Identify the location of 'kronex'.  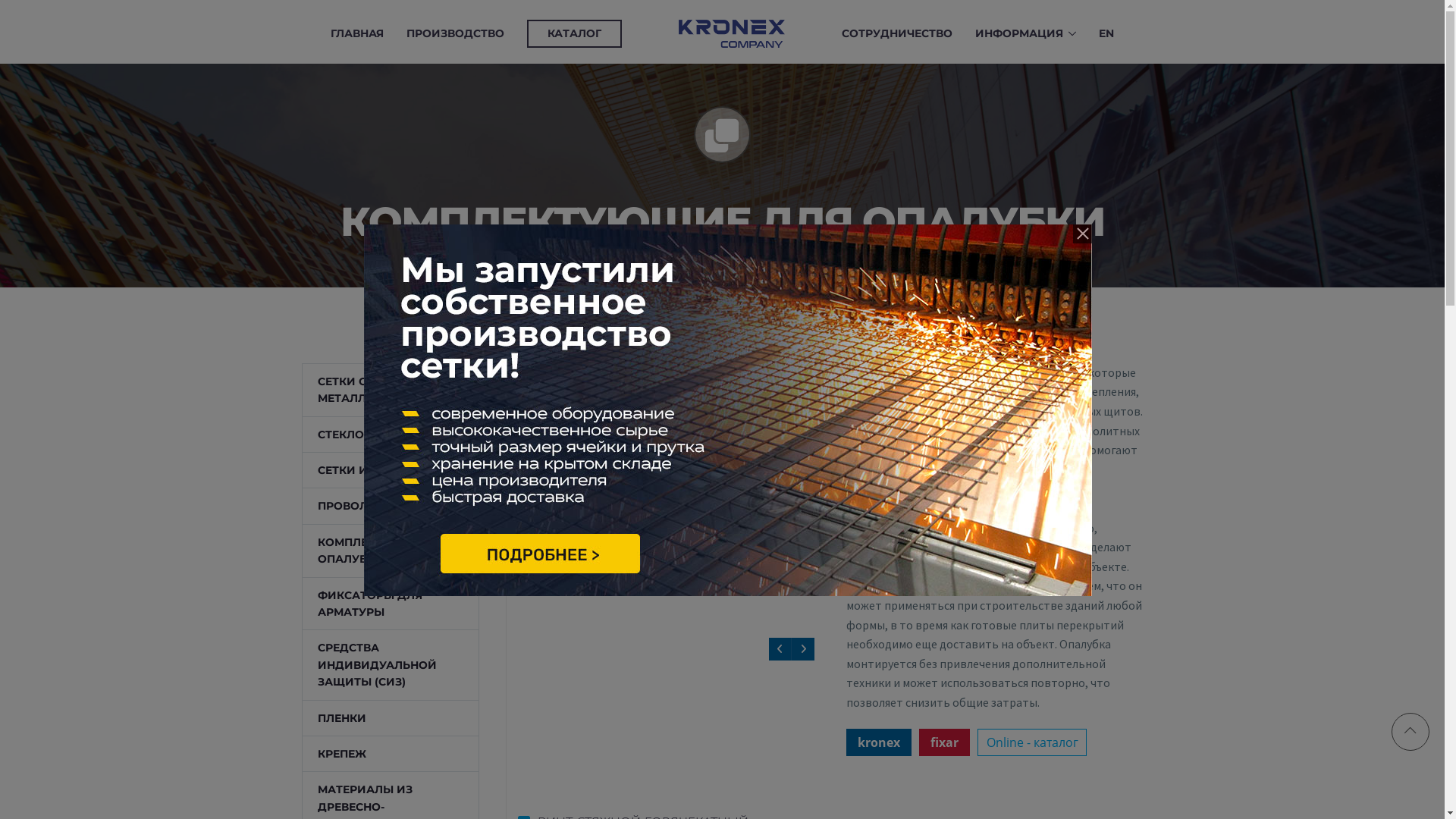
(878, 742).